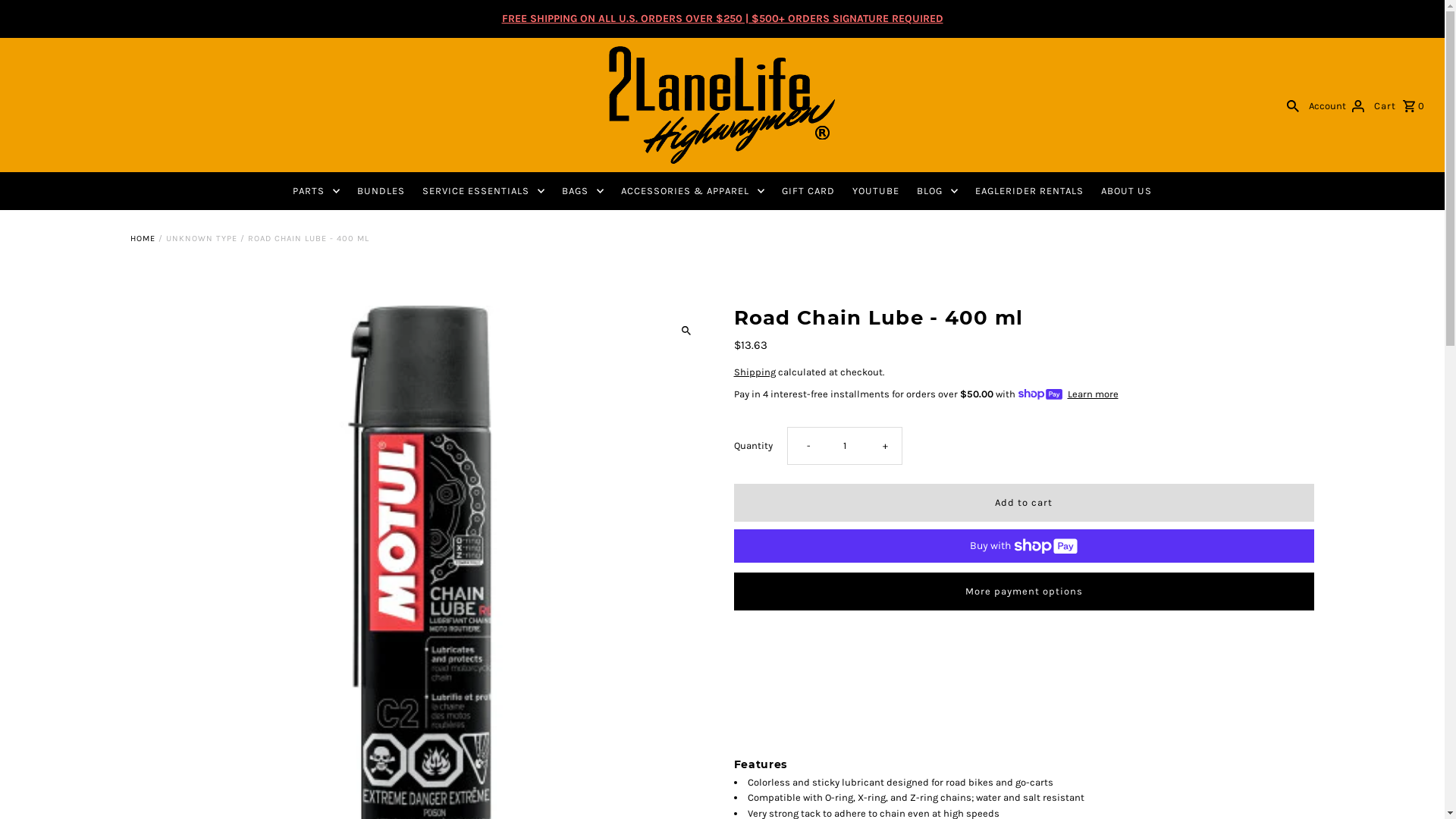 This screenshot has width=1456, height=819. I want to click on 'Increase quantity for Road Chain Lube - 400 ml, so click(881, 444).